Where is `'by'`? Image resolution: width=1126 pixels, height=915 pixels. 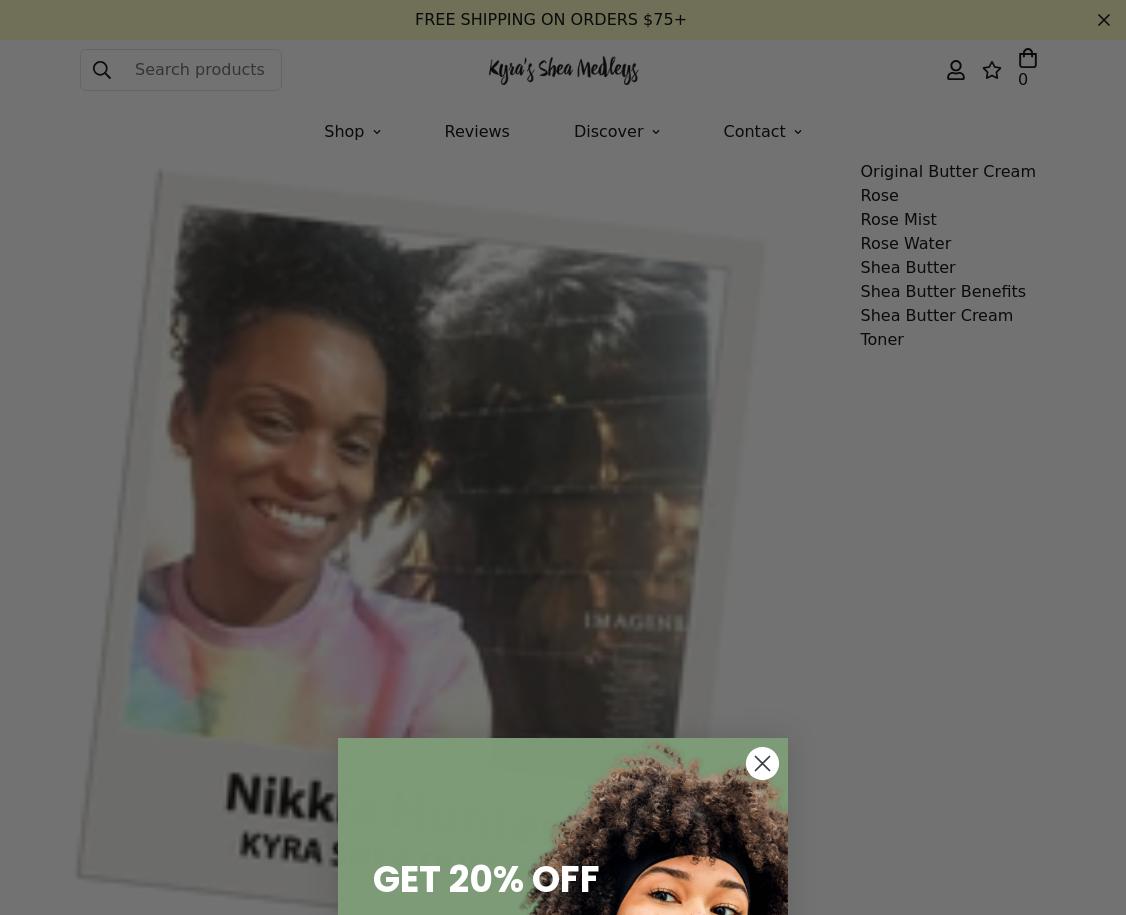 'by' is located at coordinates (292, 111).